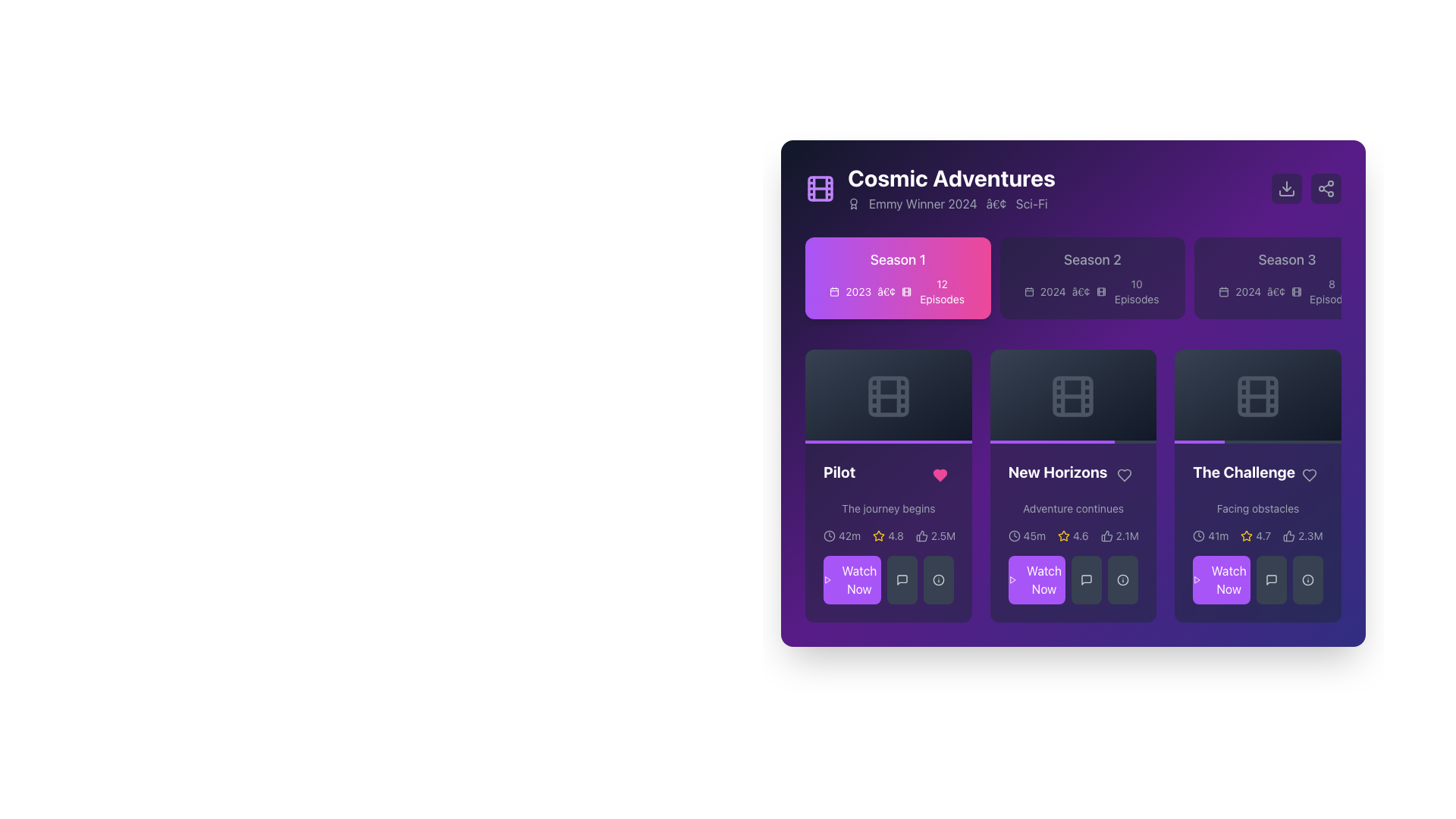 This screenshot has width=1456, height=819. Describe the element at coordinates (852, 579) in the screenshot. I see `the first button` at that location.